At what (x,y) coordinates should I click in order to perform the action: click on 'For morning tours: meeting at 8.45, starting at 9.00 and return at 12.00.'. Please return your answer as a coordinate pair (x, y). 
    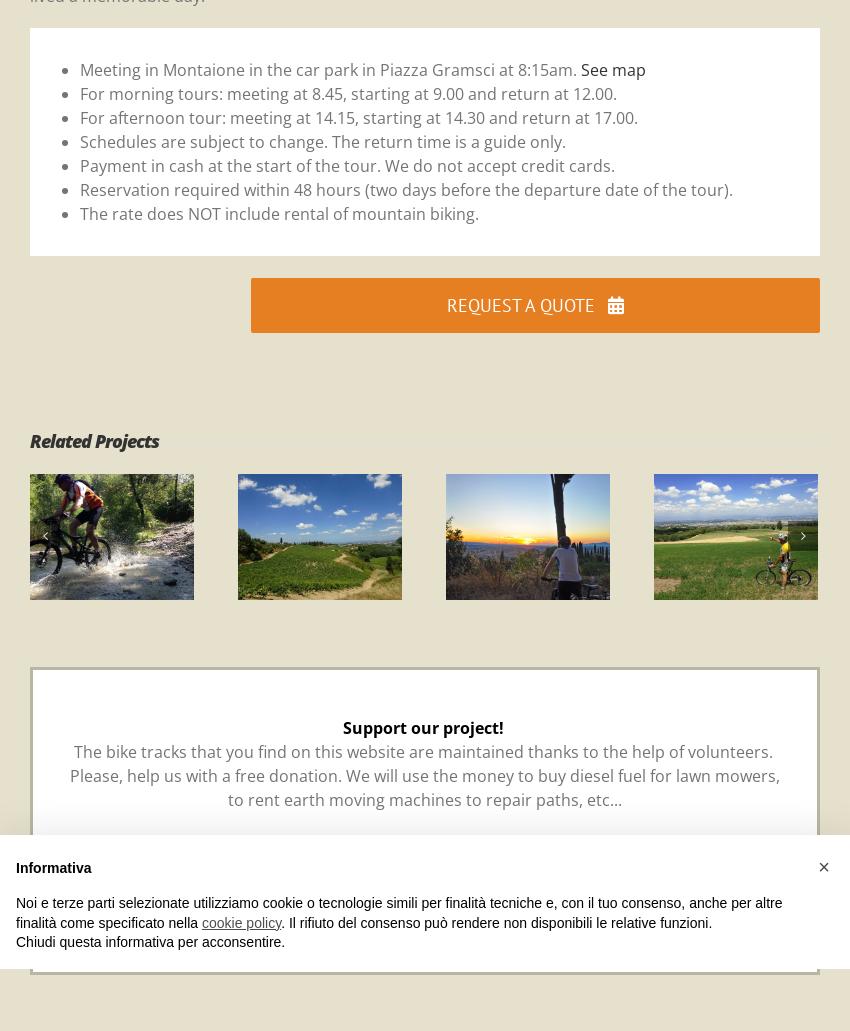
    Looking at the image, I should click on (347, 94).